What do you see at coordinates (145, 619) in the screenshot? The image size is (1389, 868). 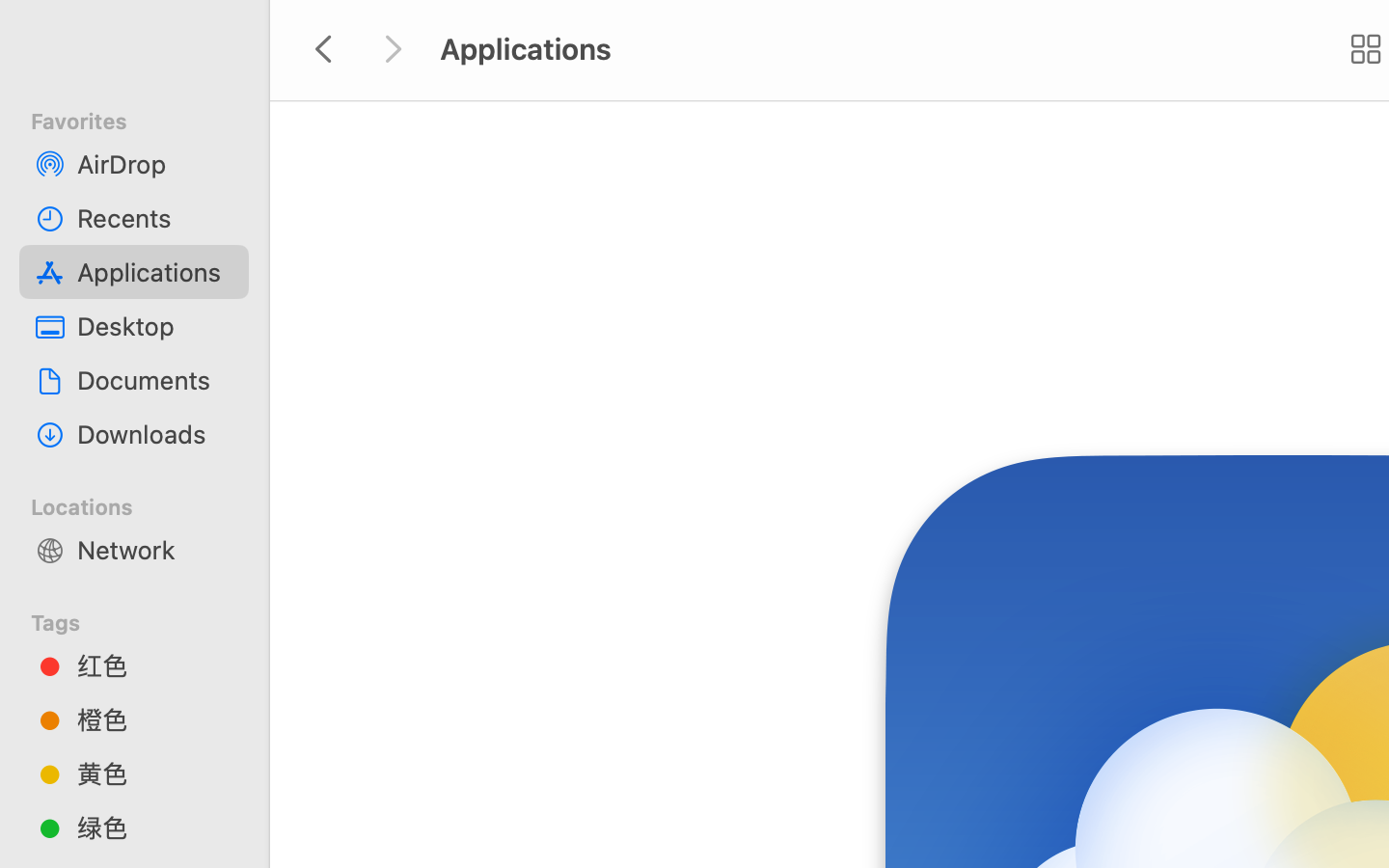 I see `'Tags'` at bounding box center [145, 619].